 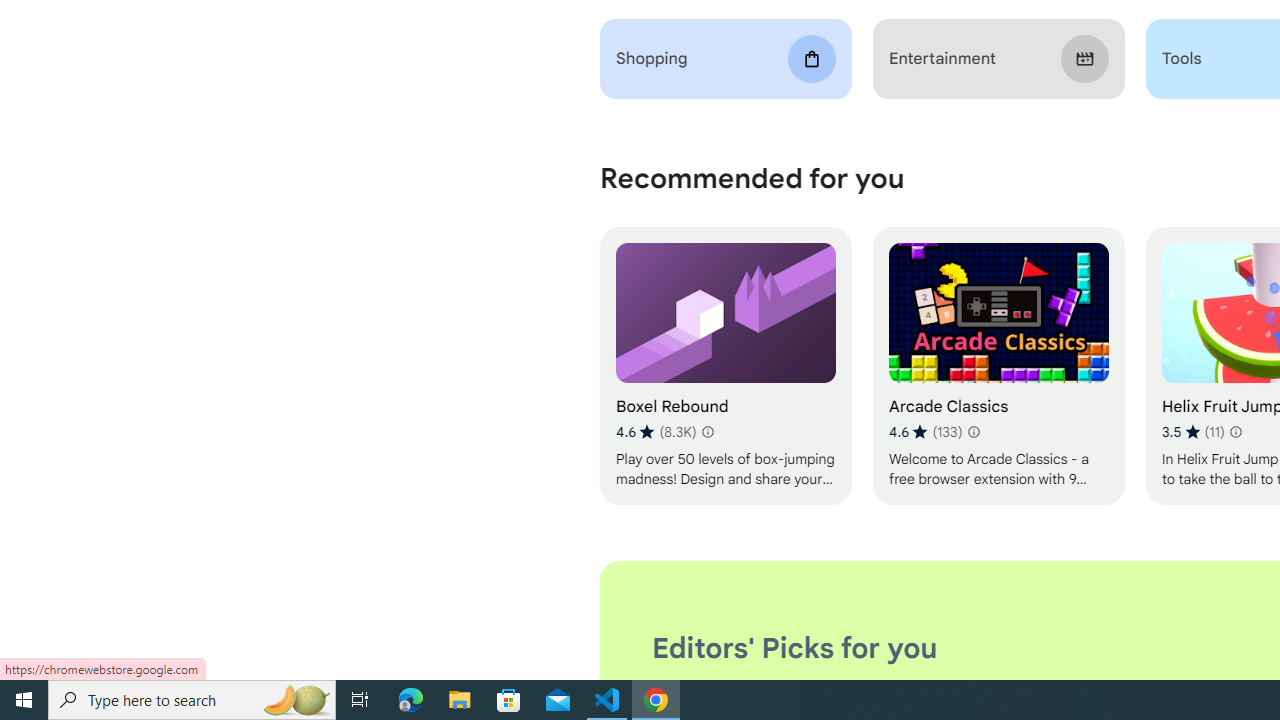 What do you see at coordinates (724, 58) in the screenshot?
I see `'Shopping'` at bounding box center [724, 58].